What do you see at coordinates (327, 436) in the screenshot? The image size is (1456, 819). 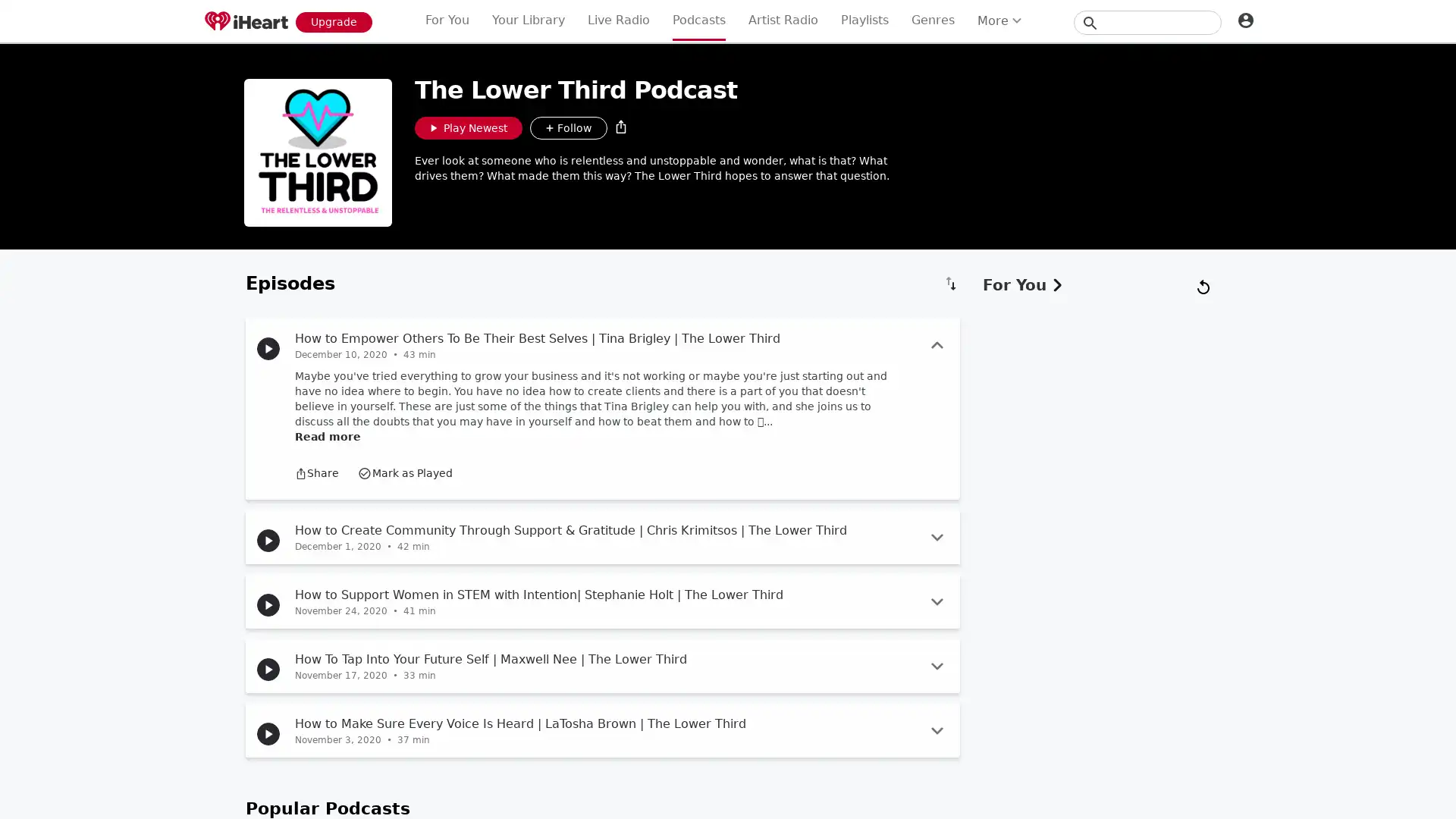 I see `Read more` at bounding box center [327, 436].